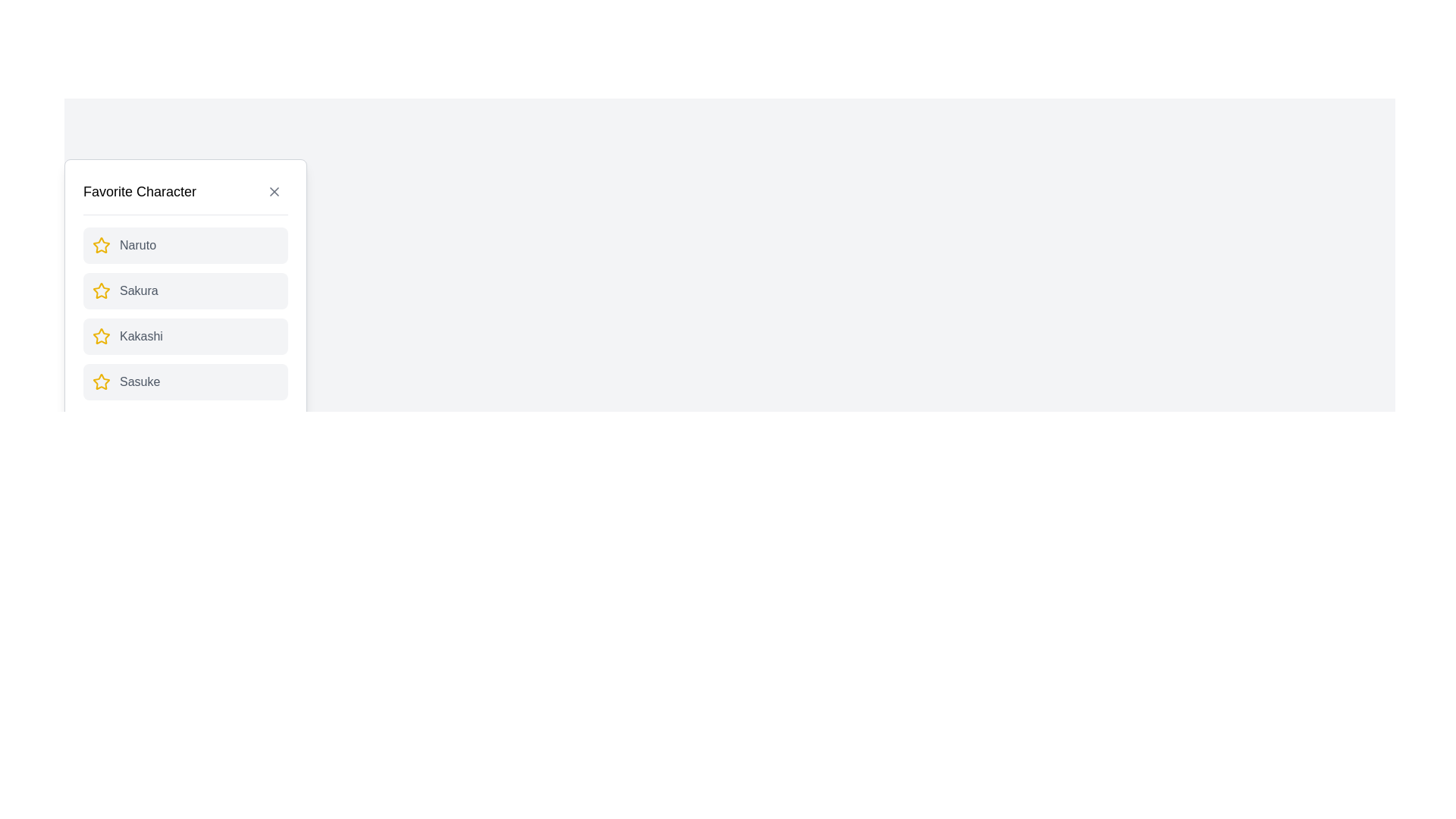 The width and height of the screenshot is (1456, 819). What do you see at coordinates (101, 290) in the screenshot?
I see `the bright yellow star-shaped icon associated with the text label 'Sakura'` at bounding box center [101, 290].